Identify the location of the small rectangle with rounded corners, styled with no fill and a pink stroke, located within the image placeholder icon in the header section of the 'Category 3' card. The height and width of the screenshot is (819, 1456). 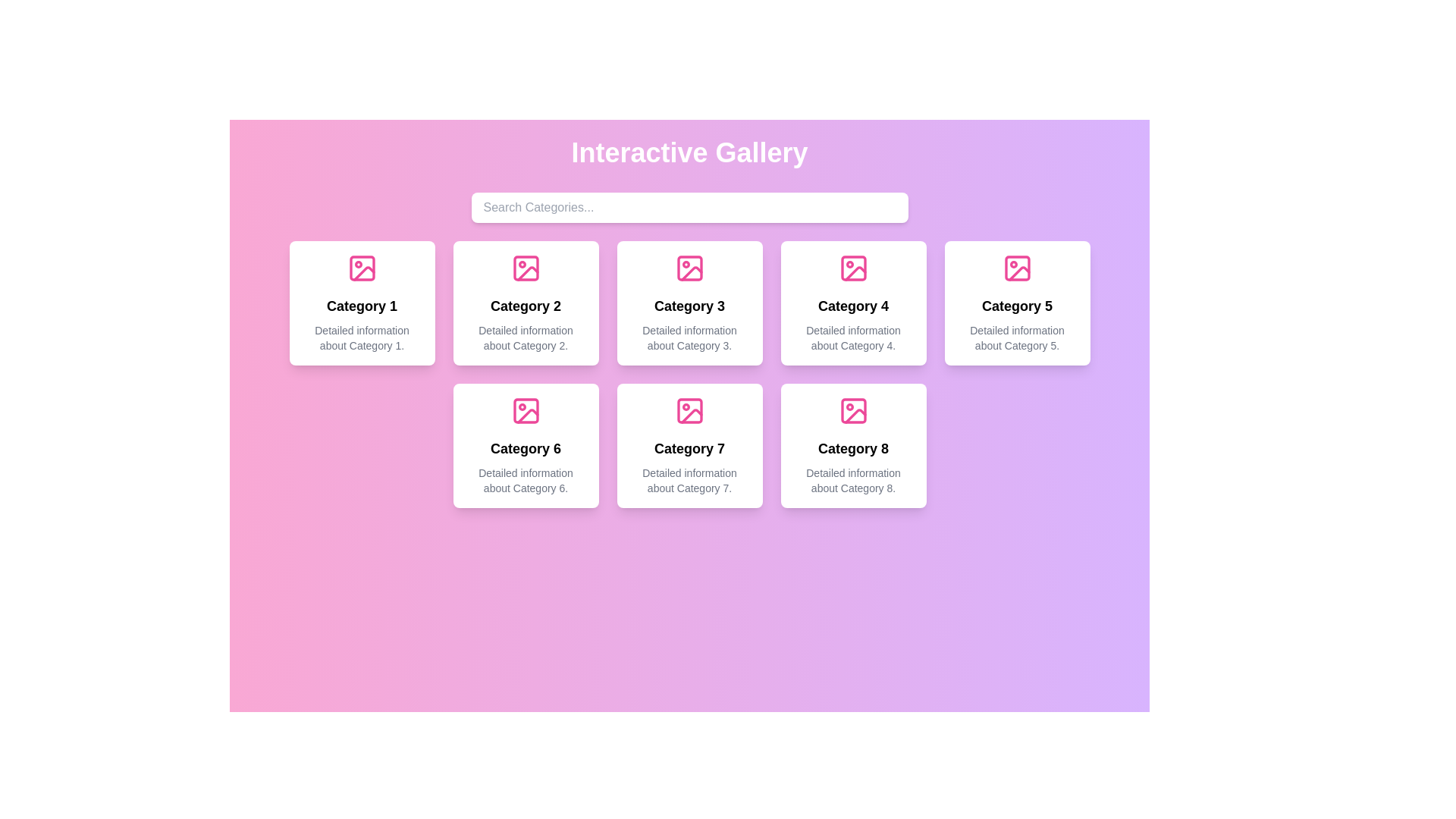
(689, 268).